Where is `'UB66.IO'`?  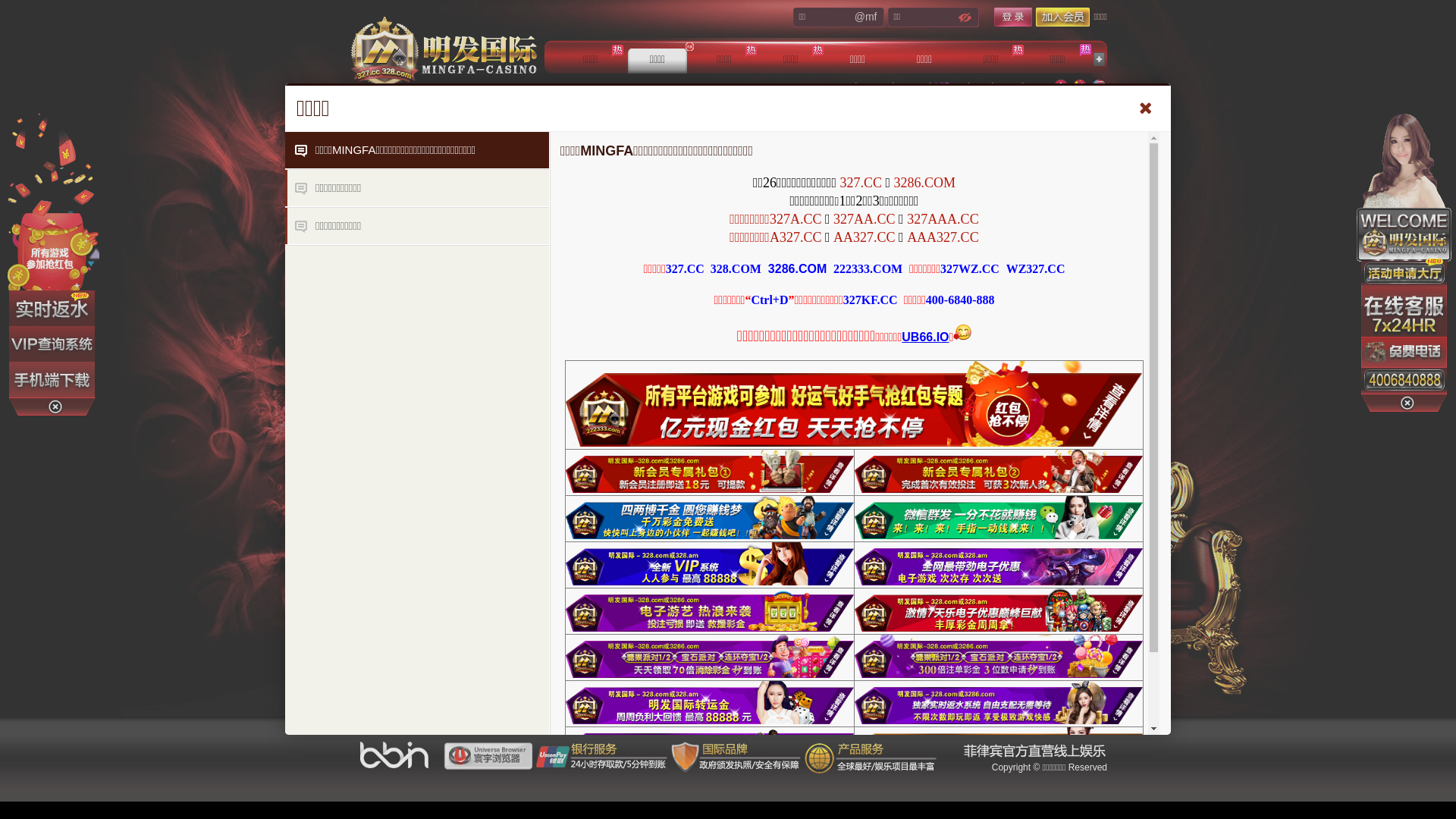 'UB66.IO' is located at coordinates (924, 336).